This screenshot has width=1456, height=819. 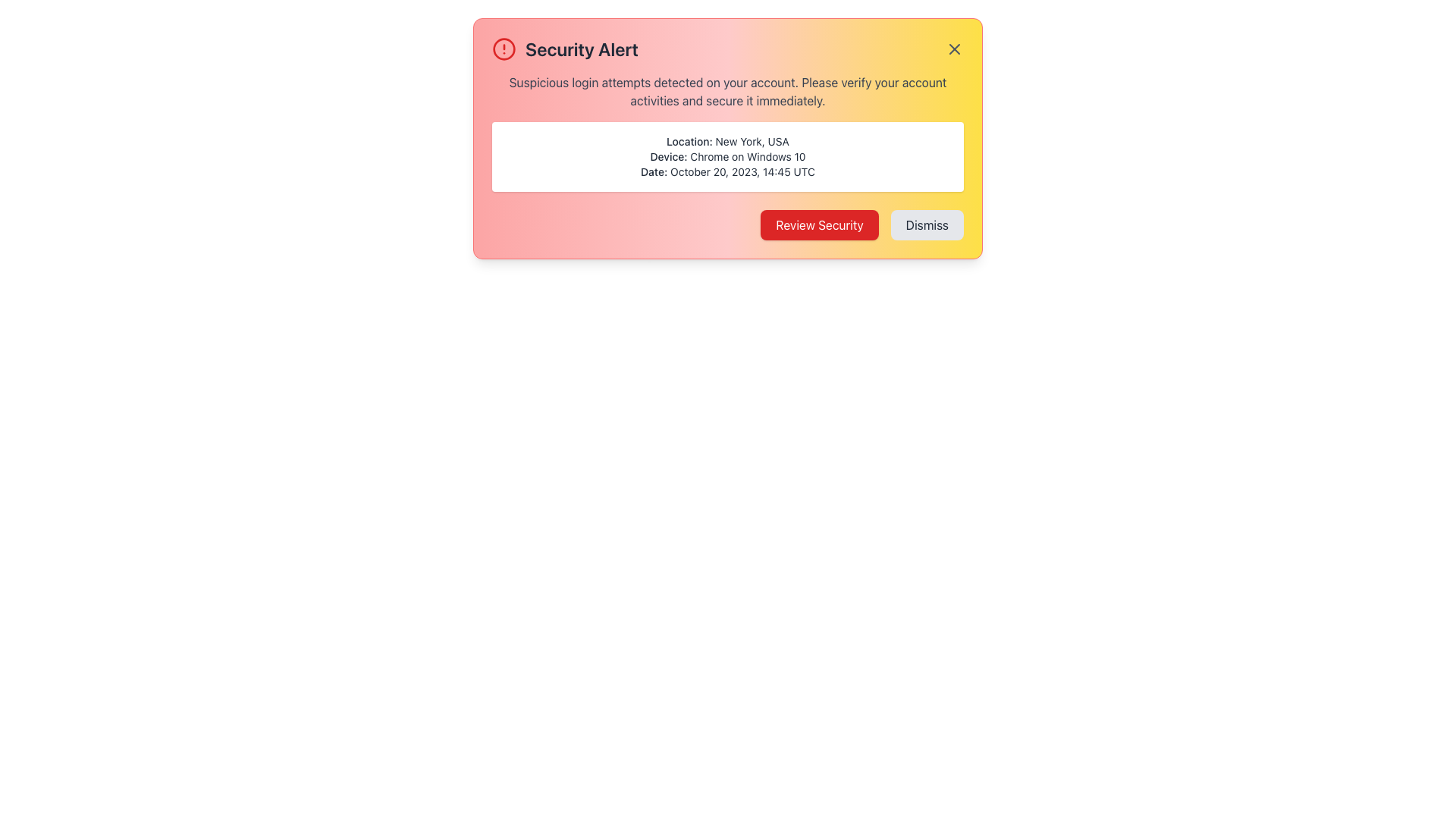 I want to click on the close icon located at the top-right corner of the notification box with 'Security Alert' title to indicate interactivity, so click(x=953, y=49).